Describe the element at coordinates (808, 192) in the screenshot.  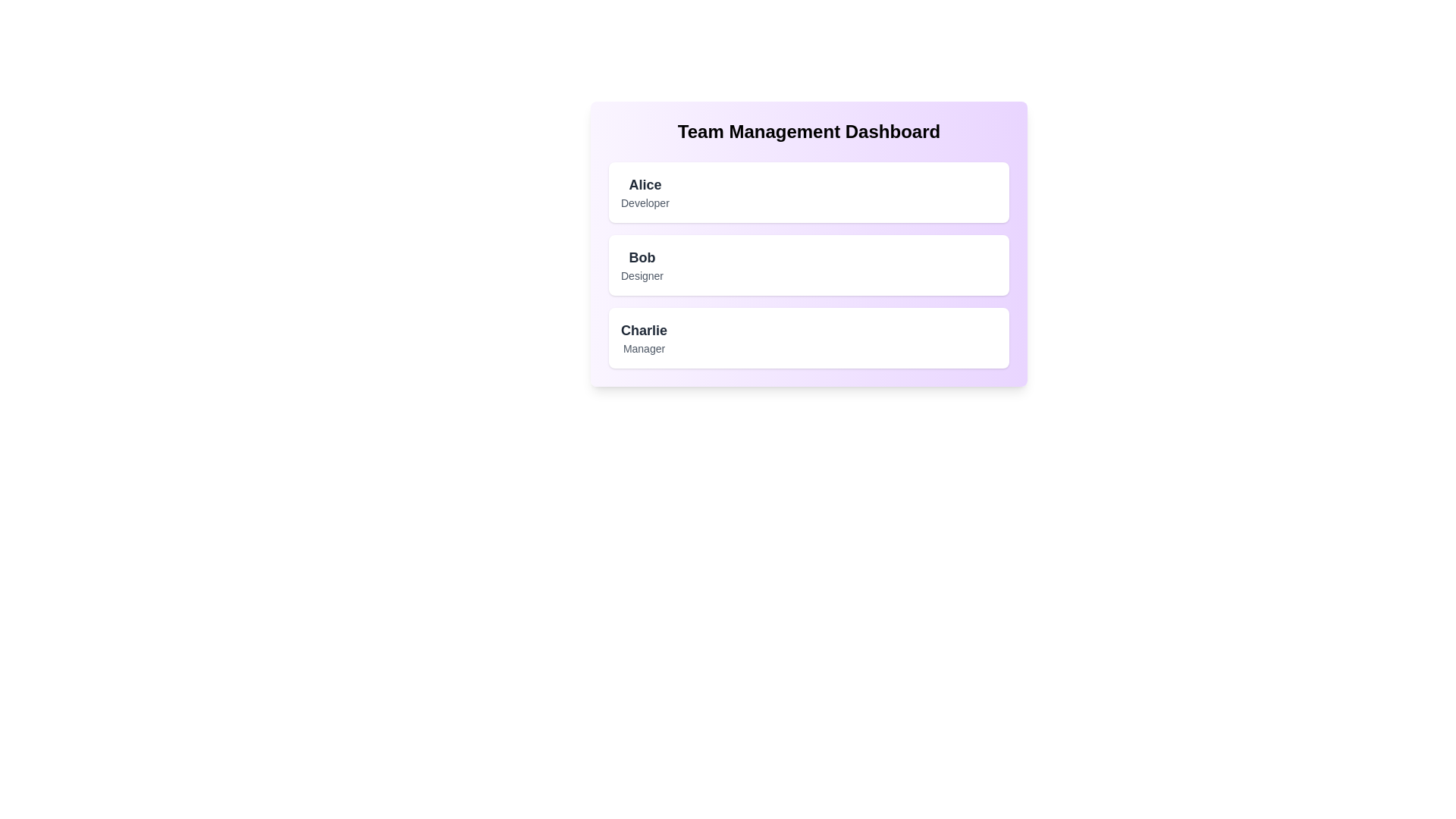
I see `the details of the team member Alice` at that location.